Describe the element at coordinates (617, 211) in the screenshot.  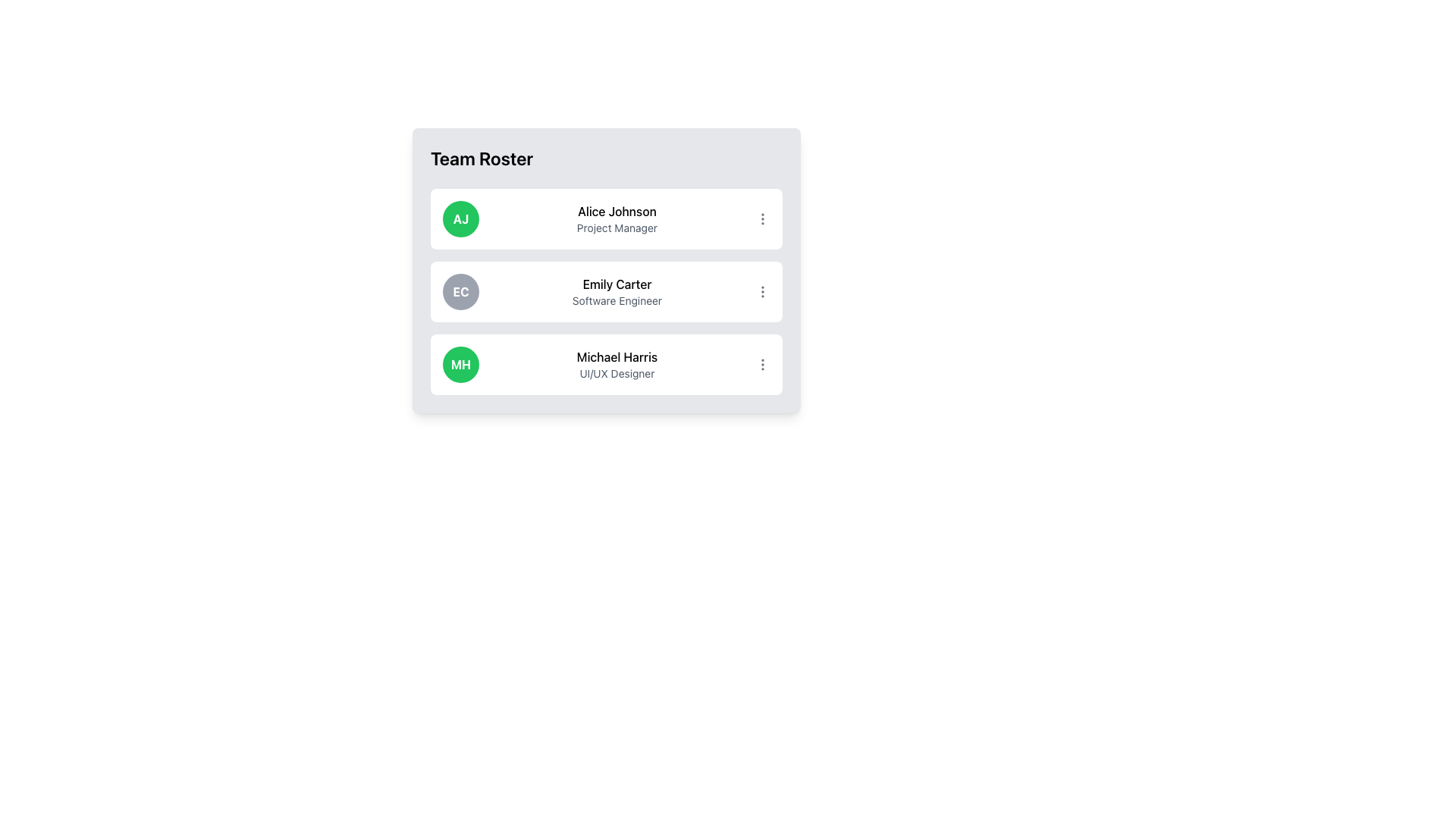
I see `the text label identifying the team member's name in the first row of the 'Team Roster', positioned to the right of the green icon with initials 'AJ'` at that location.